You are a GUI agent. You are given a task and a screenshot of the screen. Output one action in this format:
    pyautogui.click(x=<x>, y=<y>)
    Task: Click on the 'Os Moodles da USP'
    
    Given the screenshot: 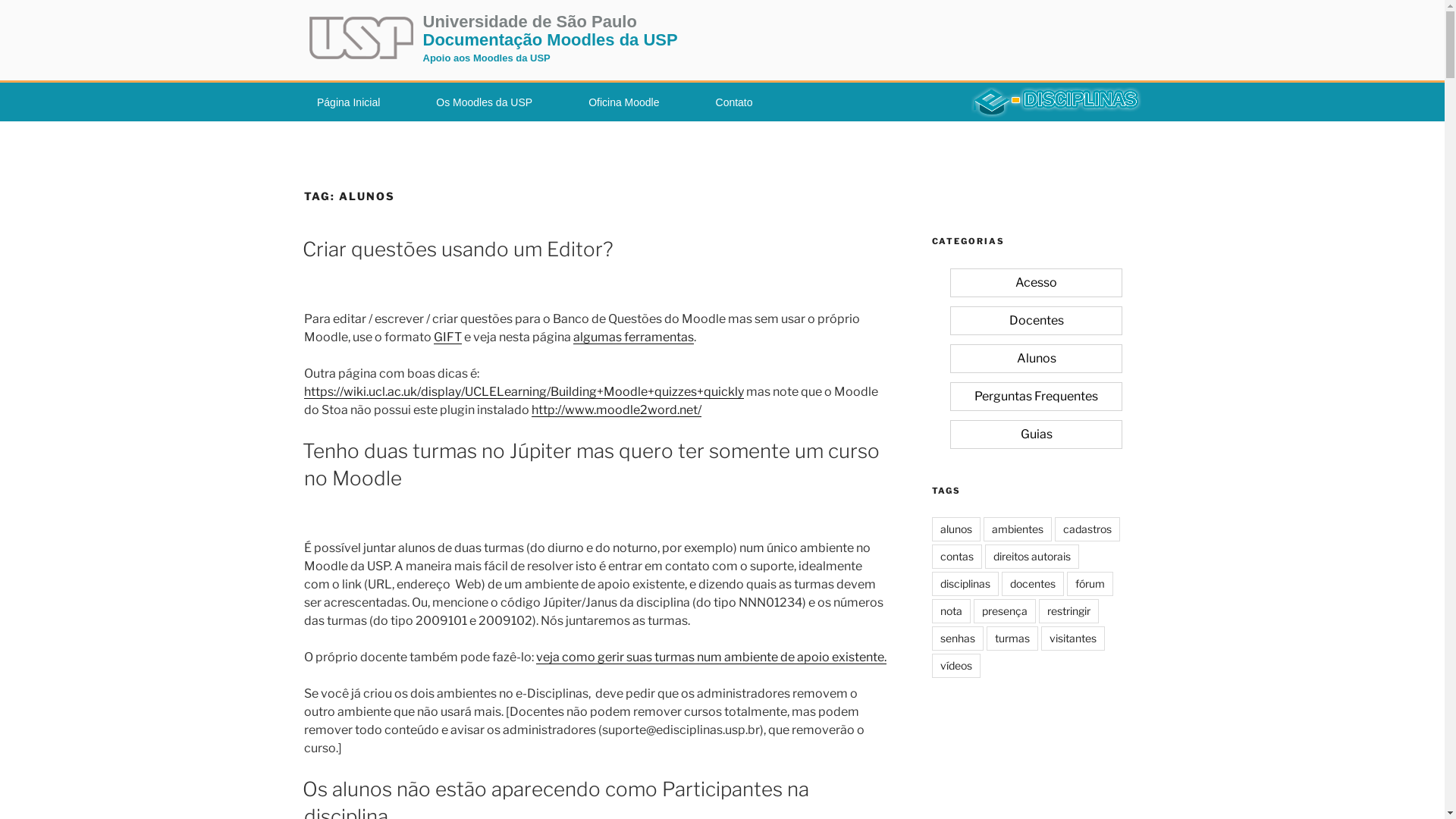 What is the action you would take?
    pyautogui.click(x=483, y=102)
    